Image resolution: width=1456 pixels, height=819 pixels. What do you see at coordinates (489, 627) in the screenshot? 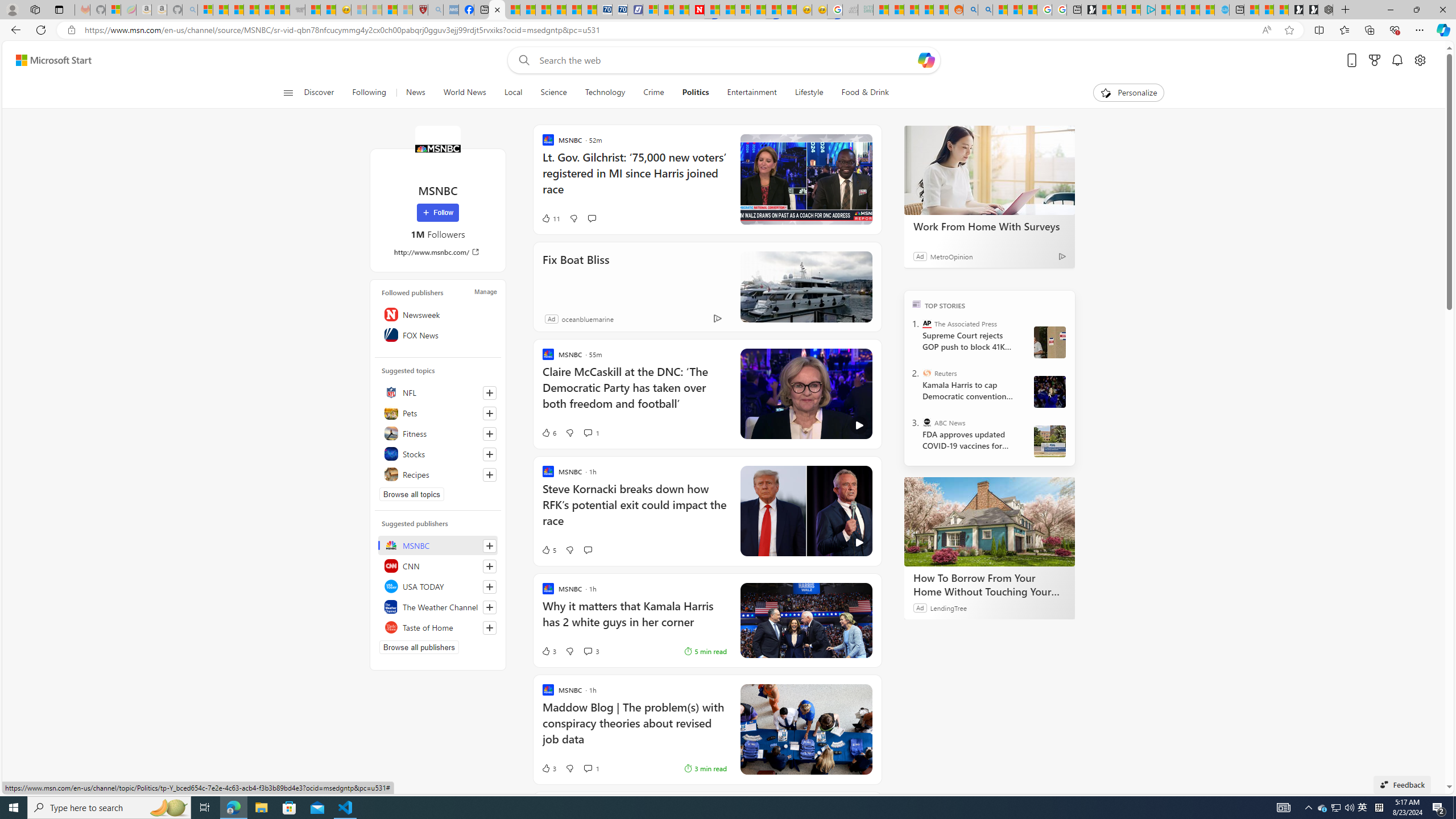
I see `'Follow this source'` at bounding box center [489, 627].